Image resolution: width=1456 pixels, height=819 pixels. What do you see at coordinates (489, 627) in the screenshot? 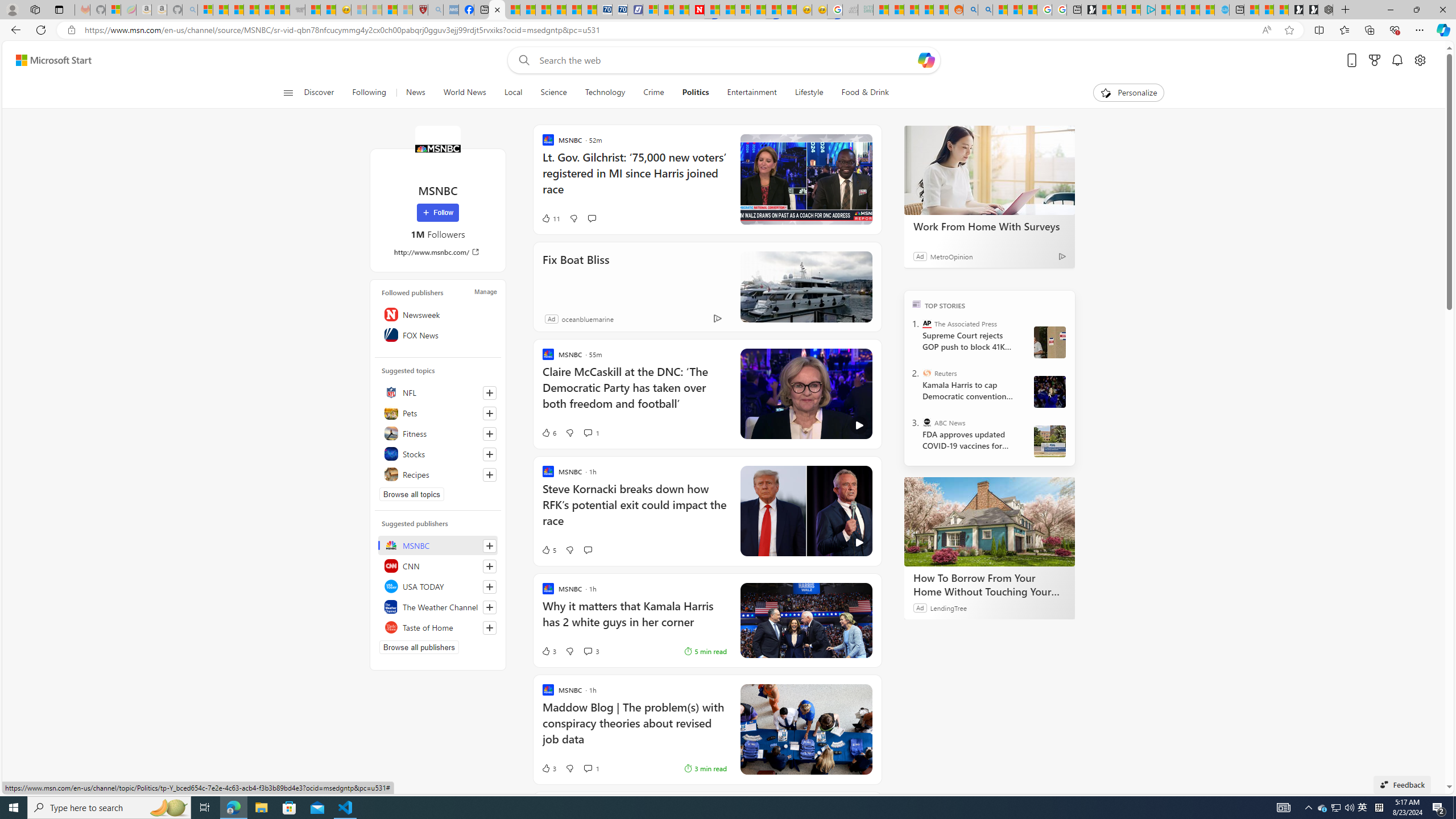
I see `'Follow this source'` at bounding box center [489, 627].